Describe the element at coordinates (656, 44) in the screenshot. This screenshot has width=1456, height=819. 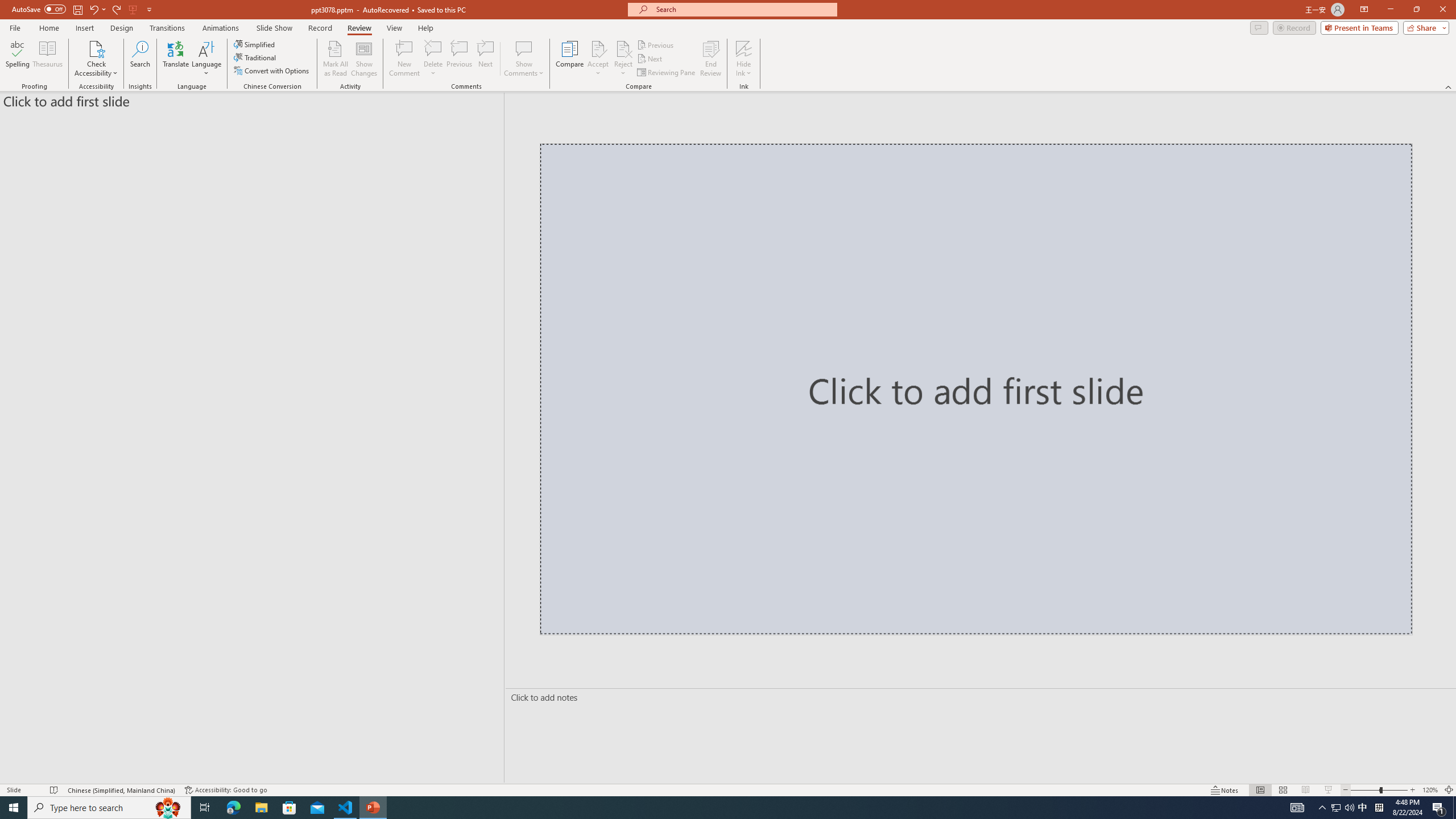
I see `'Previous'` at that location.